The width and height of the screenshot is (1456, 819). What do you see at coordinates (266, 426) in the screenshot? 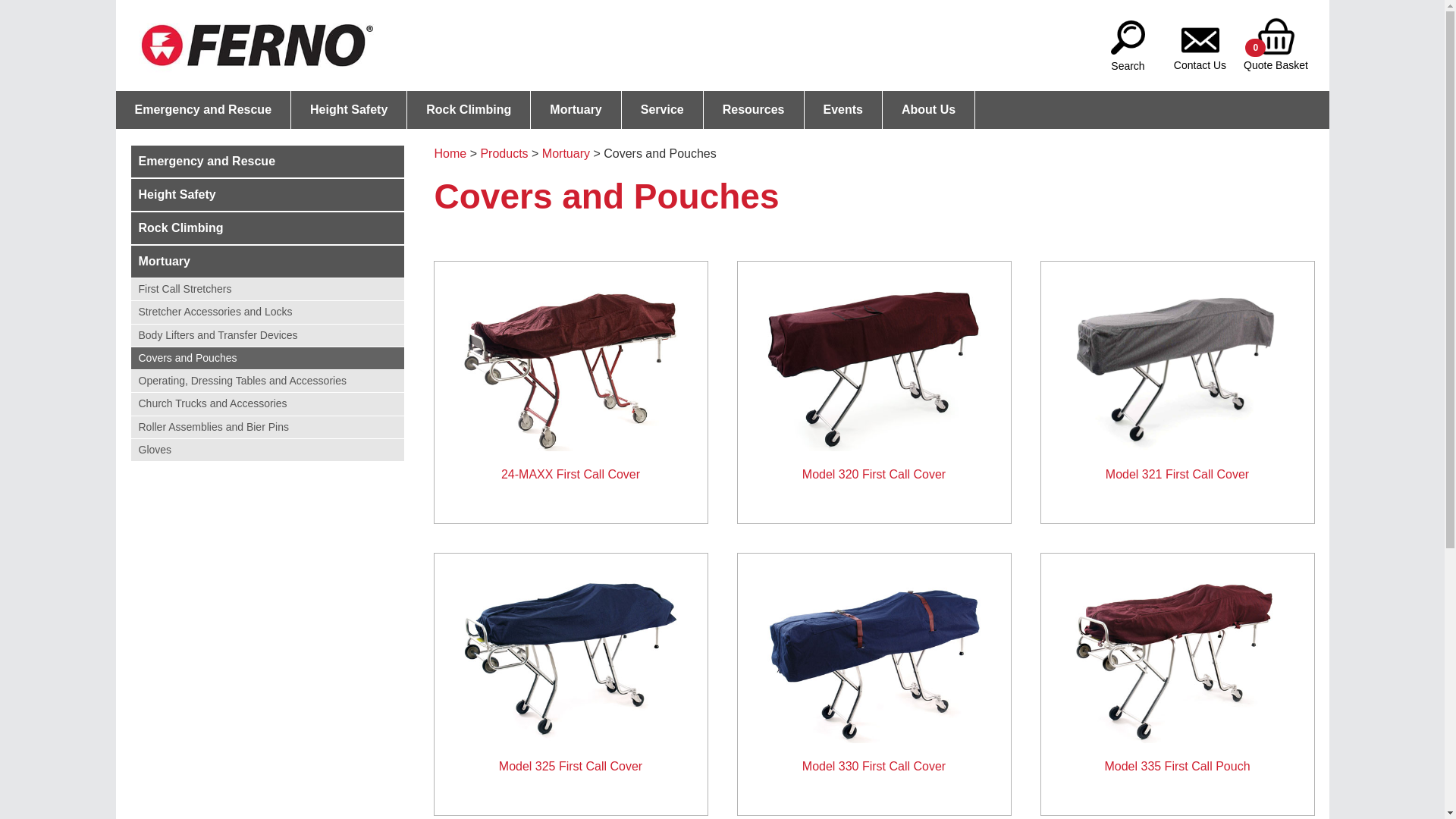
I see `'Roller Assemblies and Bier Pins'` at bounding box center [266, 426].